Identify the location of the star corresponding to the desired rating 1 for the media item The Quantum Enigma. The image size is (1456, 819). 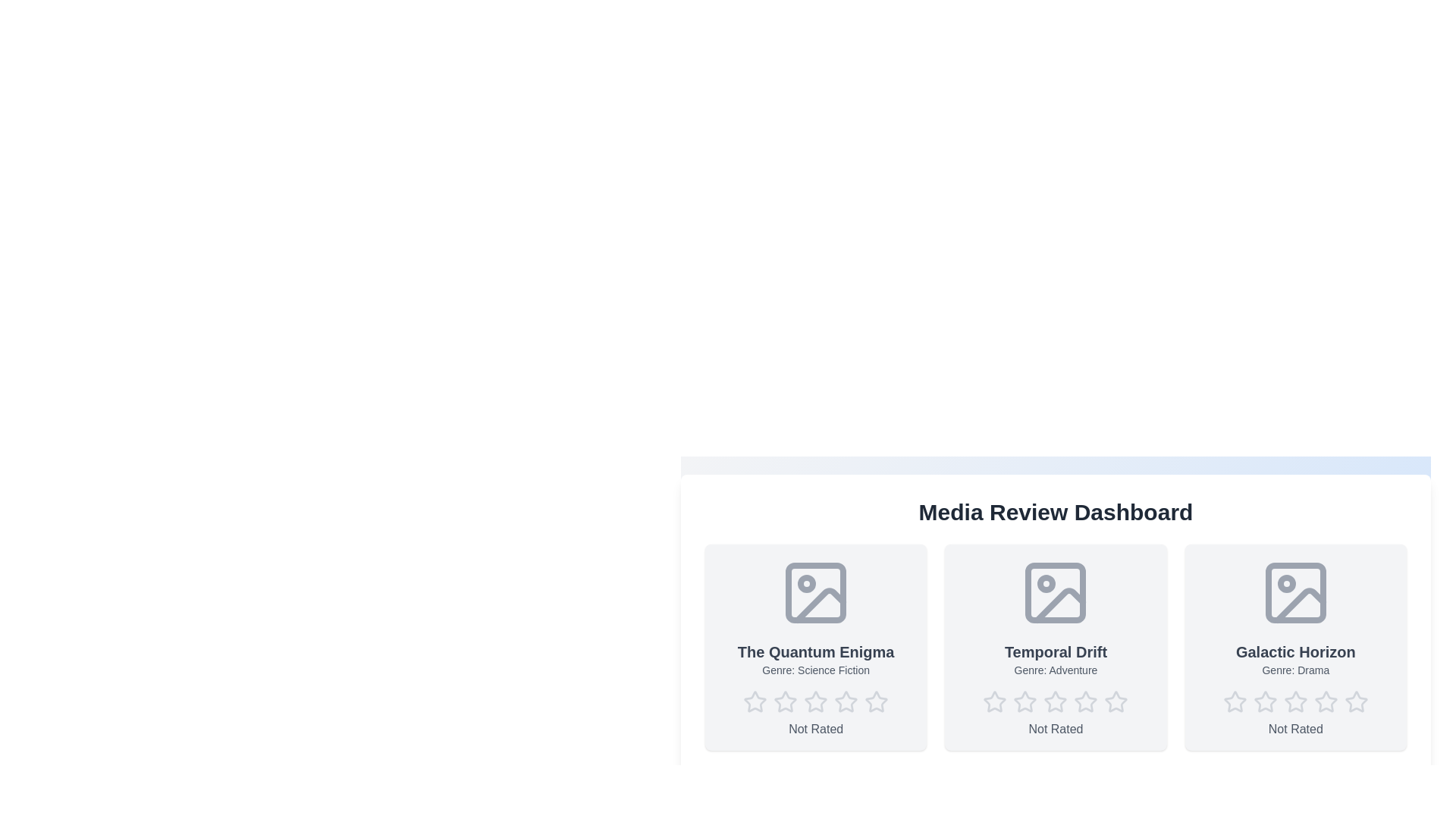
(755, 701).